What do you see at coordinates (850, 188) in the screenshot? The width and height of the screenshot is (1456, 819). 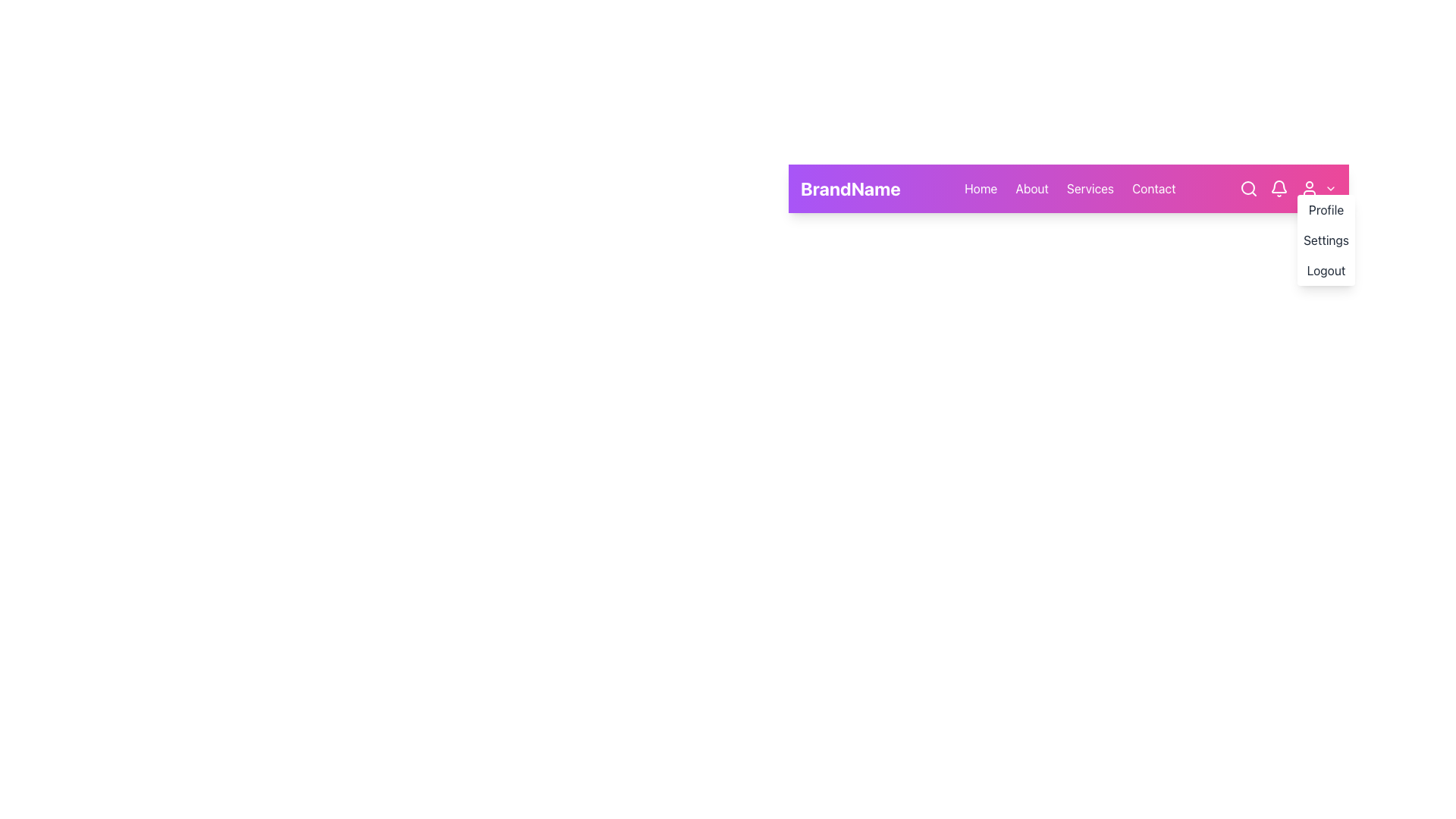 I see `the 'BrandName' text label, which is a bold white font displaying the brand against a gradient purple and pink background, located at the leftmost side of the navigation bar` at bounding box center [850, 188].